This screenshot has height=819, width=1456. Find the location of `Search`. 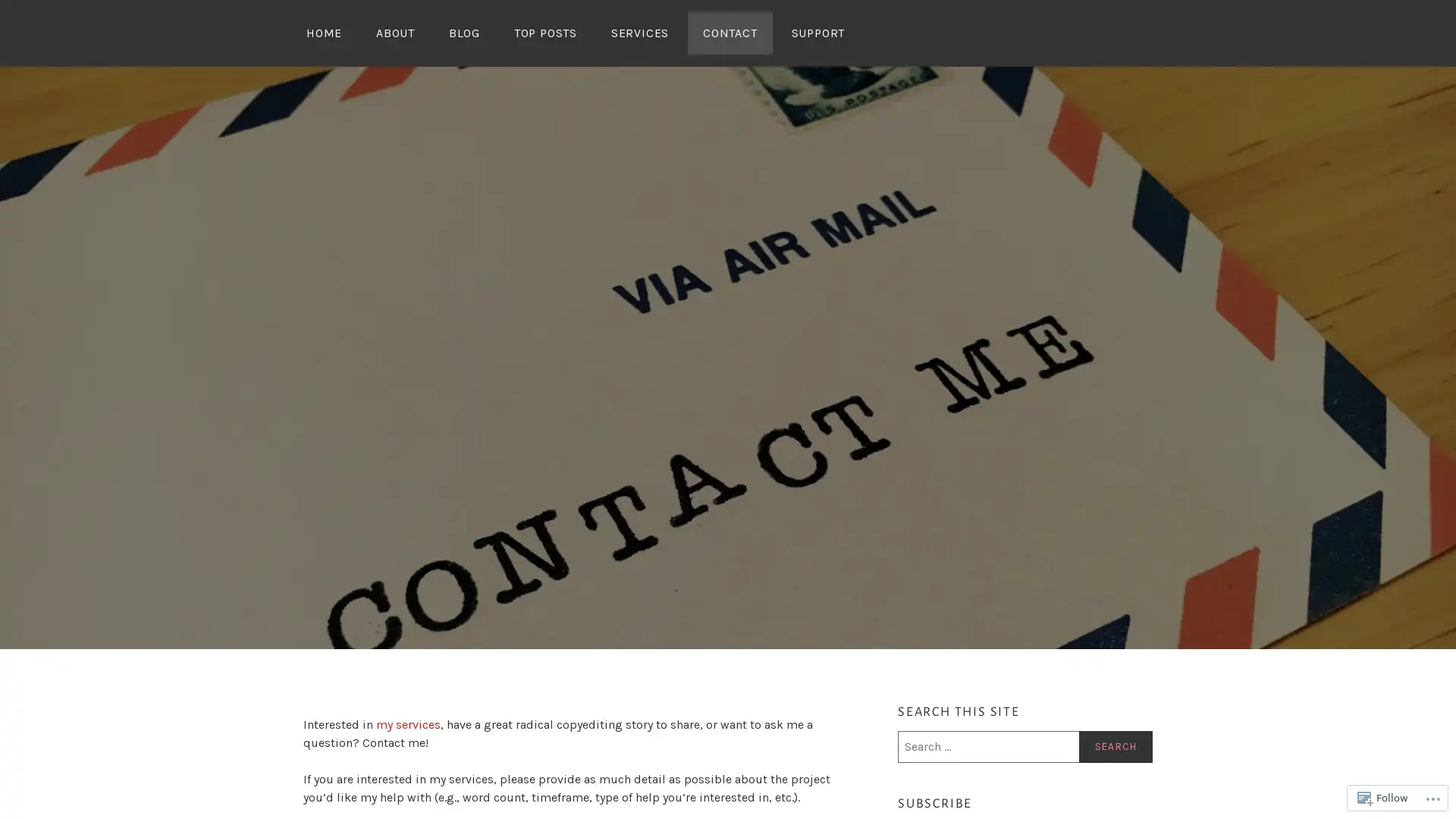

Search is located at coordinates (1115, 745).